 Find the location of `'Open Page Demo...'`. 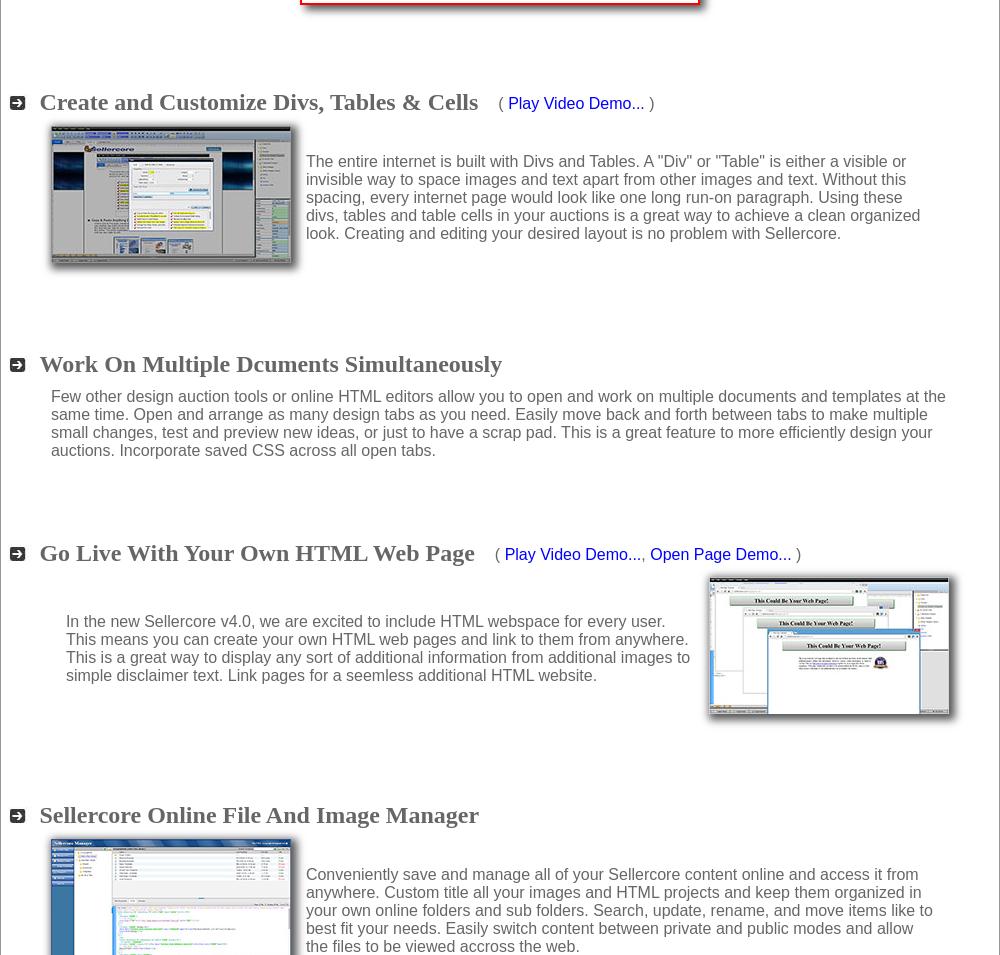

'Open Page Demo...' is located at coordinates (719, 553).